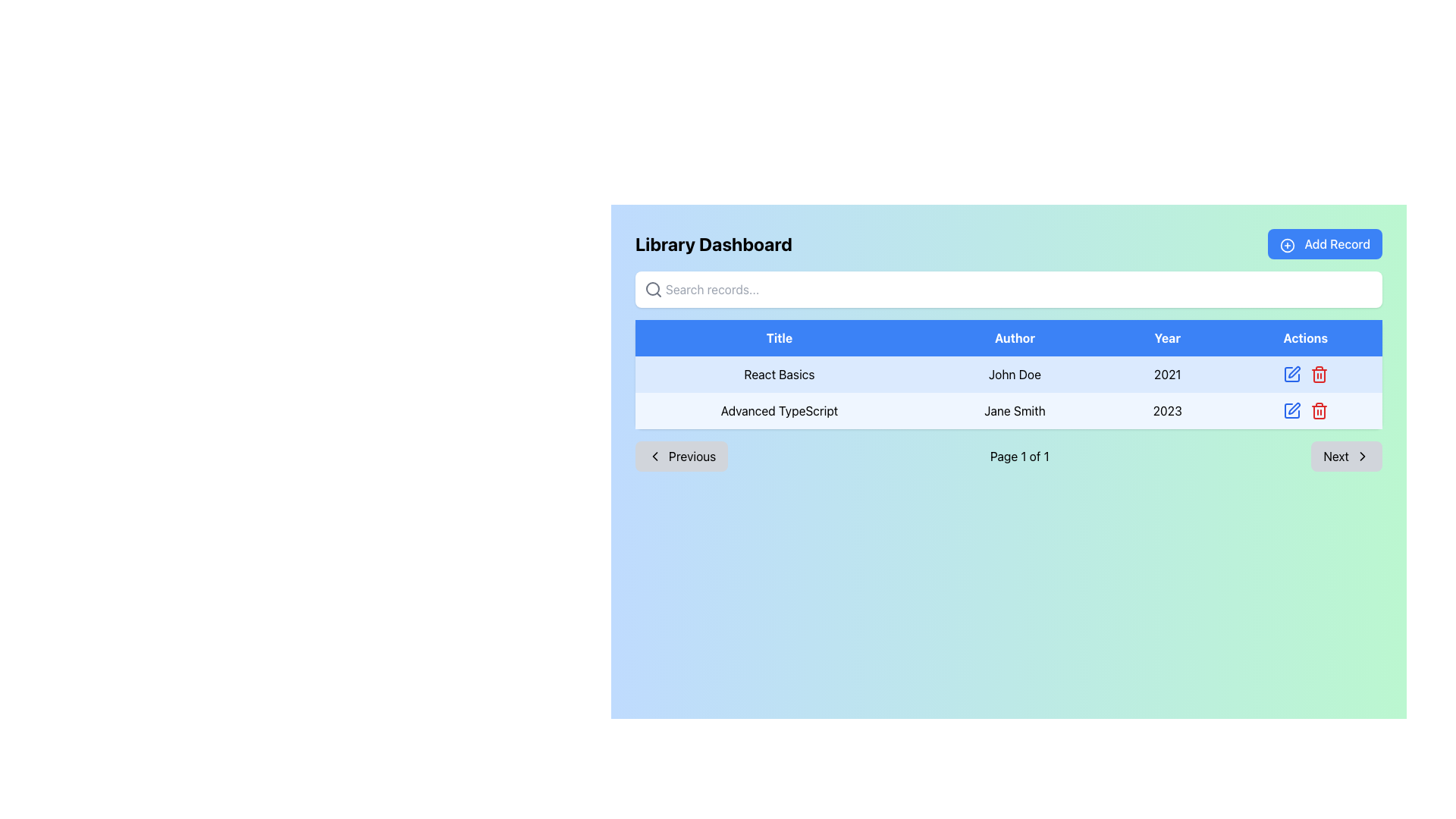  I want to click on the blue pen icon button located on the right side of the 'React Basics' row in the 'Actions' column, so click(1291, 374).